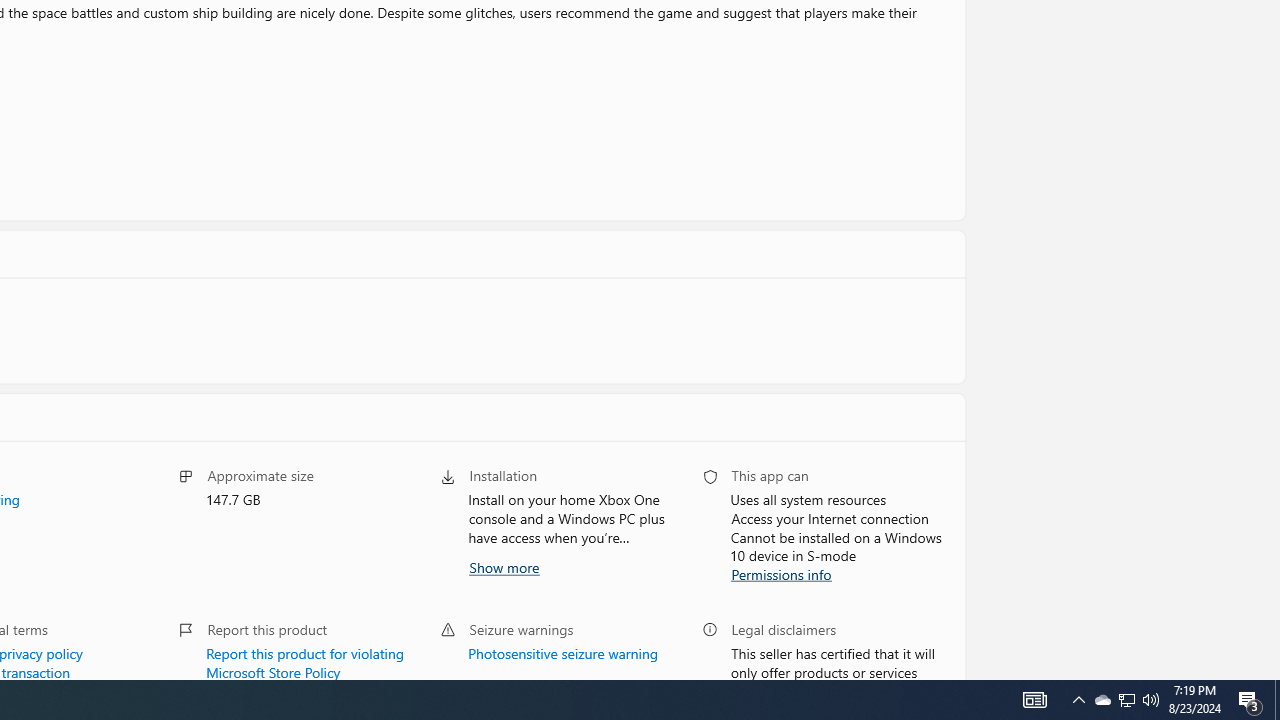 The height and width of the screenshot is (720, 1280). What do you see at coordinates (305, 660) in the screenshot?
I see `'Report this product for violating Microsoft Store Policy'` at bounding box center [305, 660].